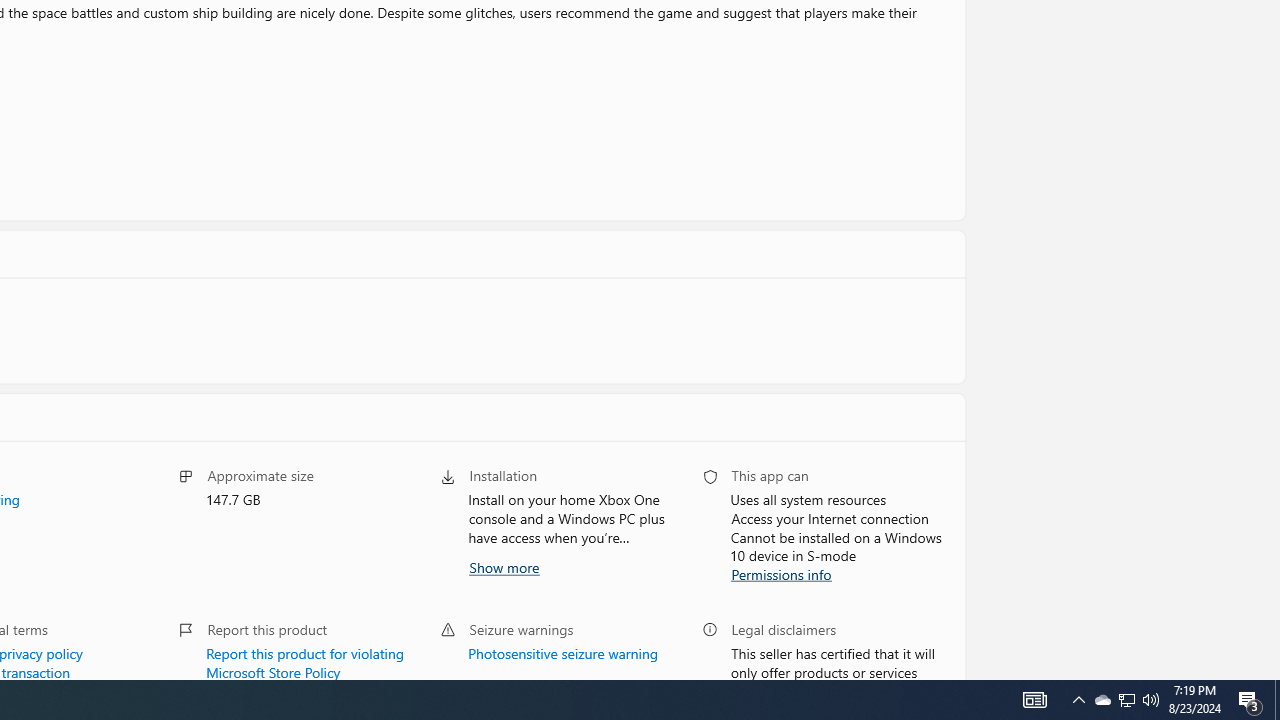 The height and width of the screenshot is (720, 1280). What do you see at coordinates (305, 660) in the screenshot?
I see `'Report this product for violating Microsoft Store Policy'` at bounding box center [305, 660].